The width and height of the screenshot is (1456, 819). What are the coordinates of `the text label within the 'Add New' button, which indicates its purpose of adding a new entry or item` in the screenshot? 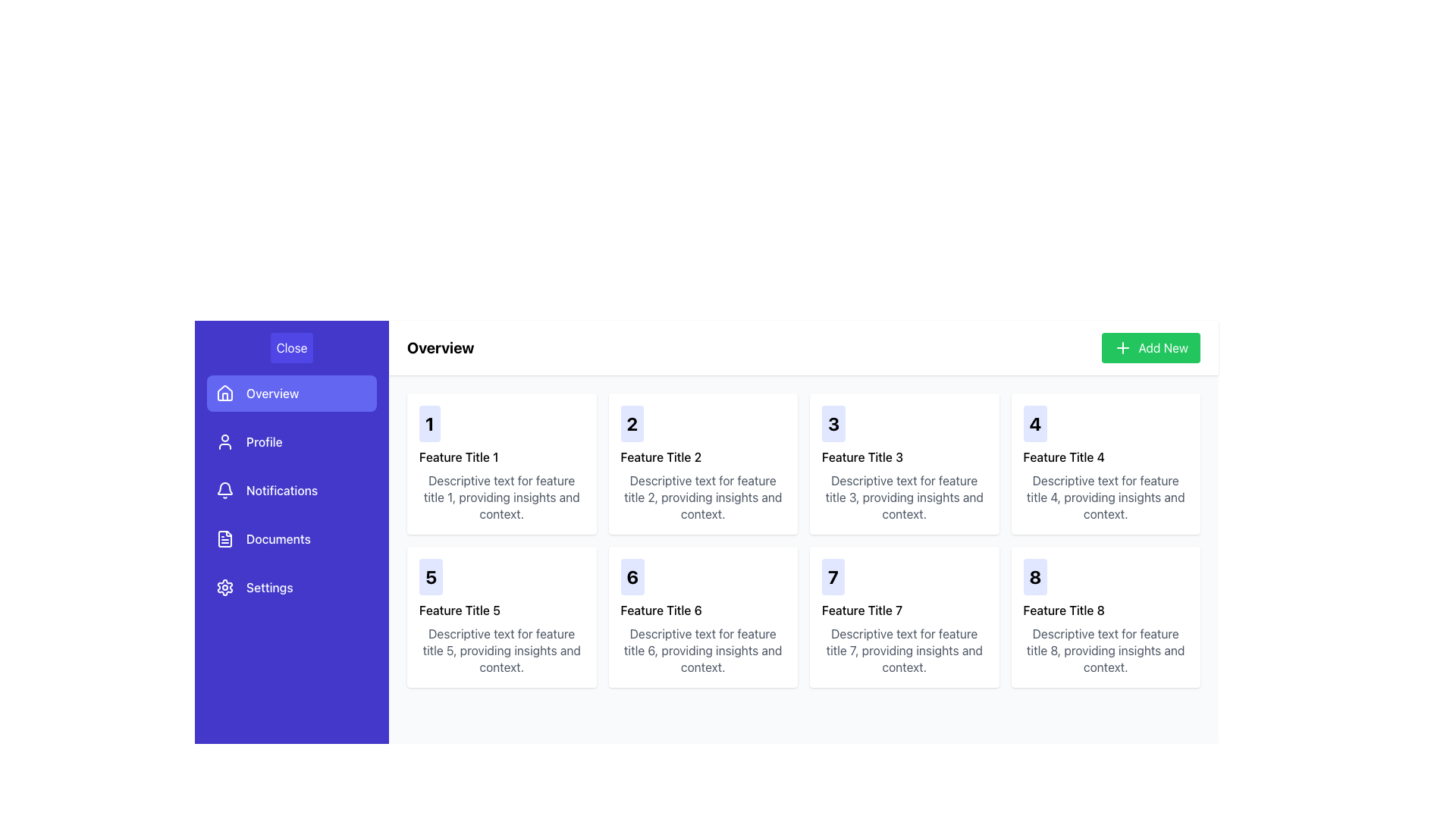 It's located at (1163, 348).